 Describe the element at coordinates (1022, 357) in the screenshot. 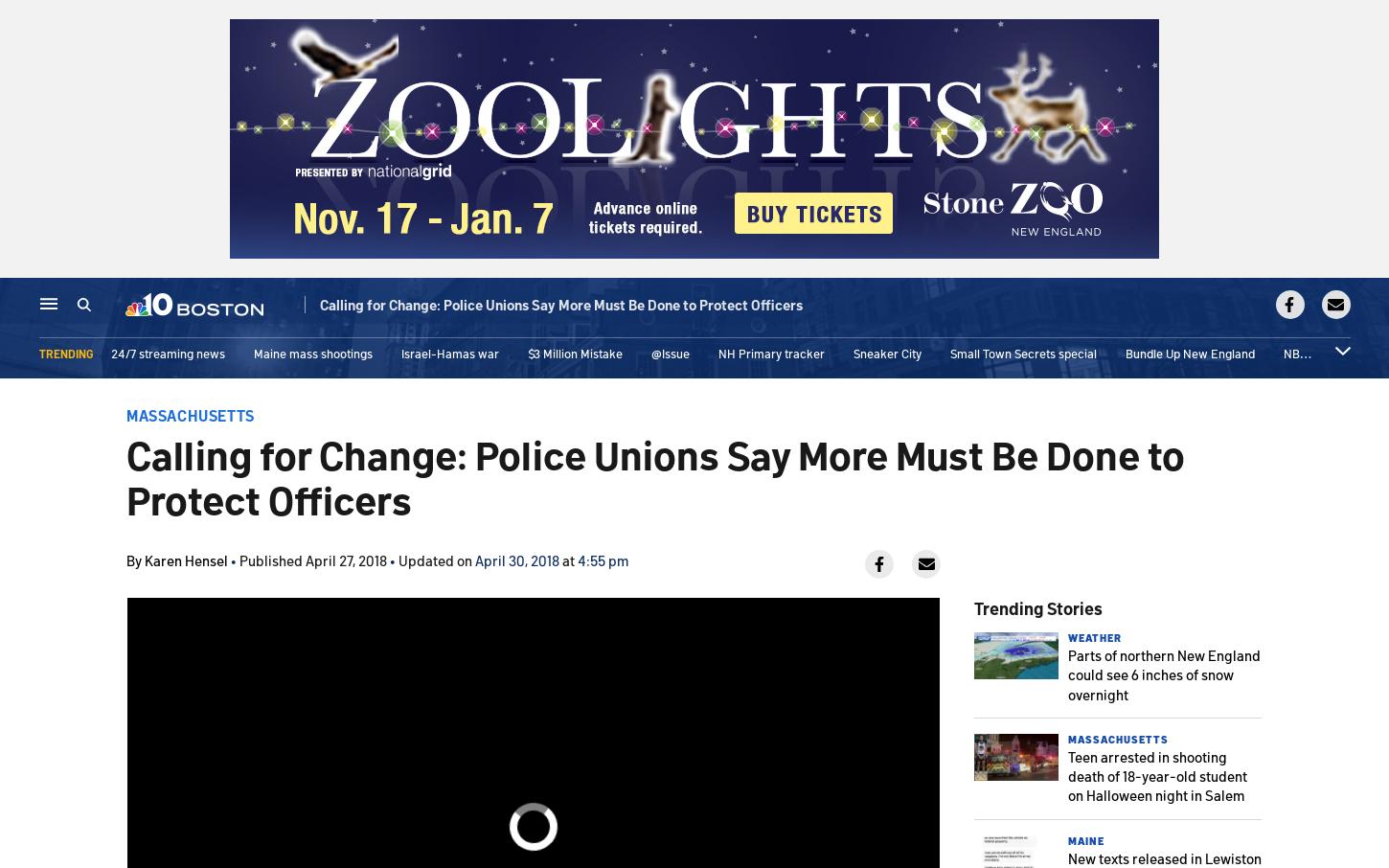

I see `'Small Town Secrets special'` at that location.